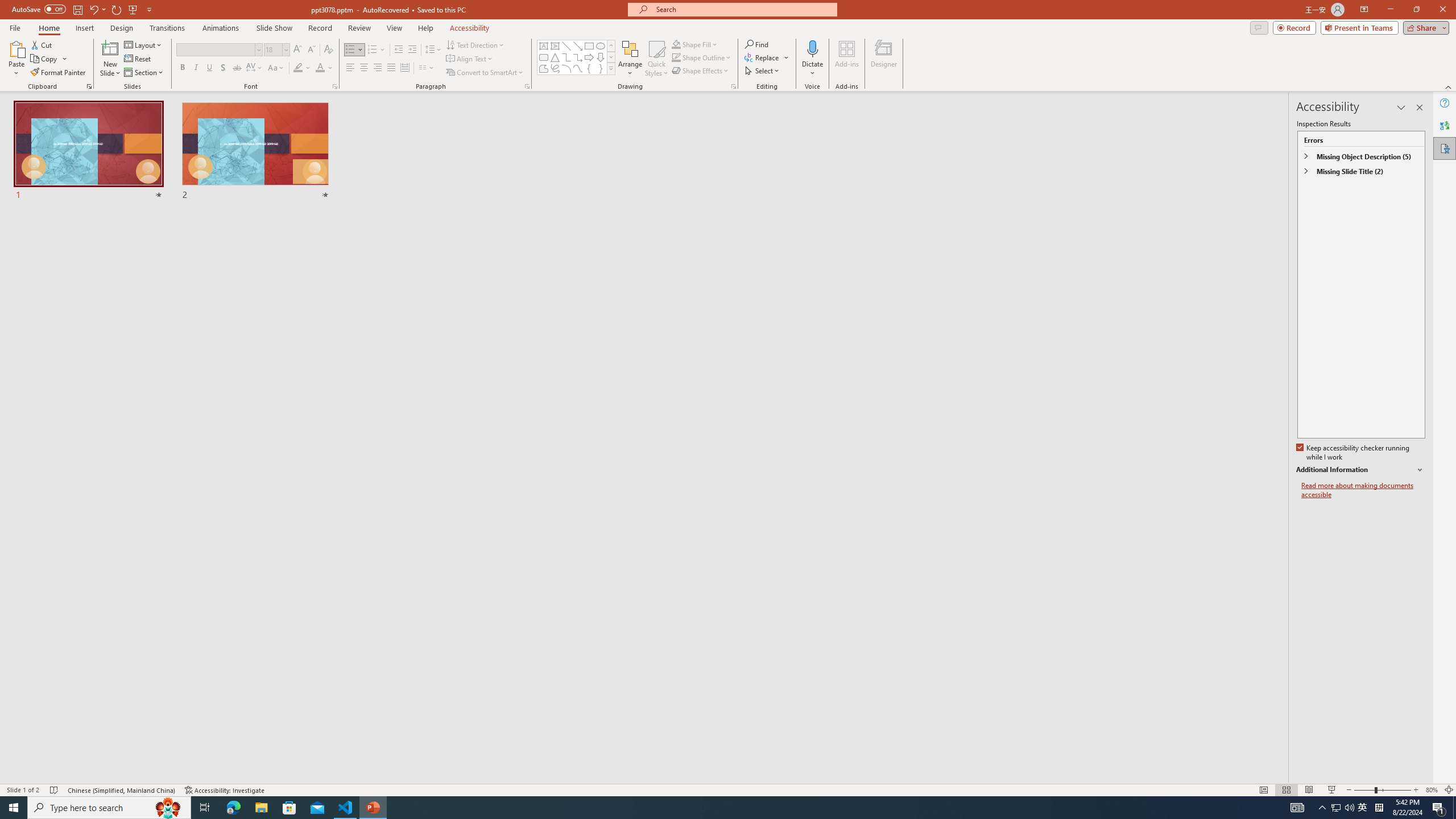 The width and height of the screenshot is (1456, 819). I want to click on 'Shape Outline Green, Accent 1', so click(676, 56).